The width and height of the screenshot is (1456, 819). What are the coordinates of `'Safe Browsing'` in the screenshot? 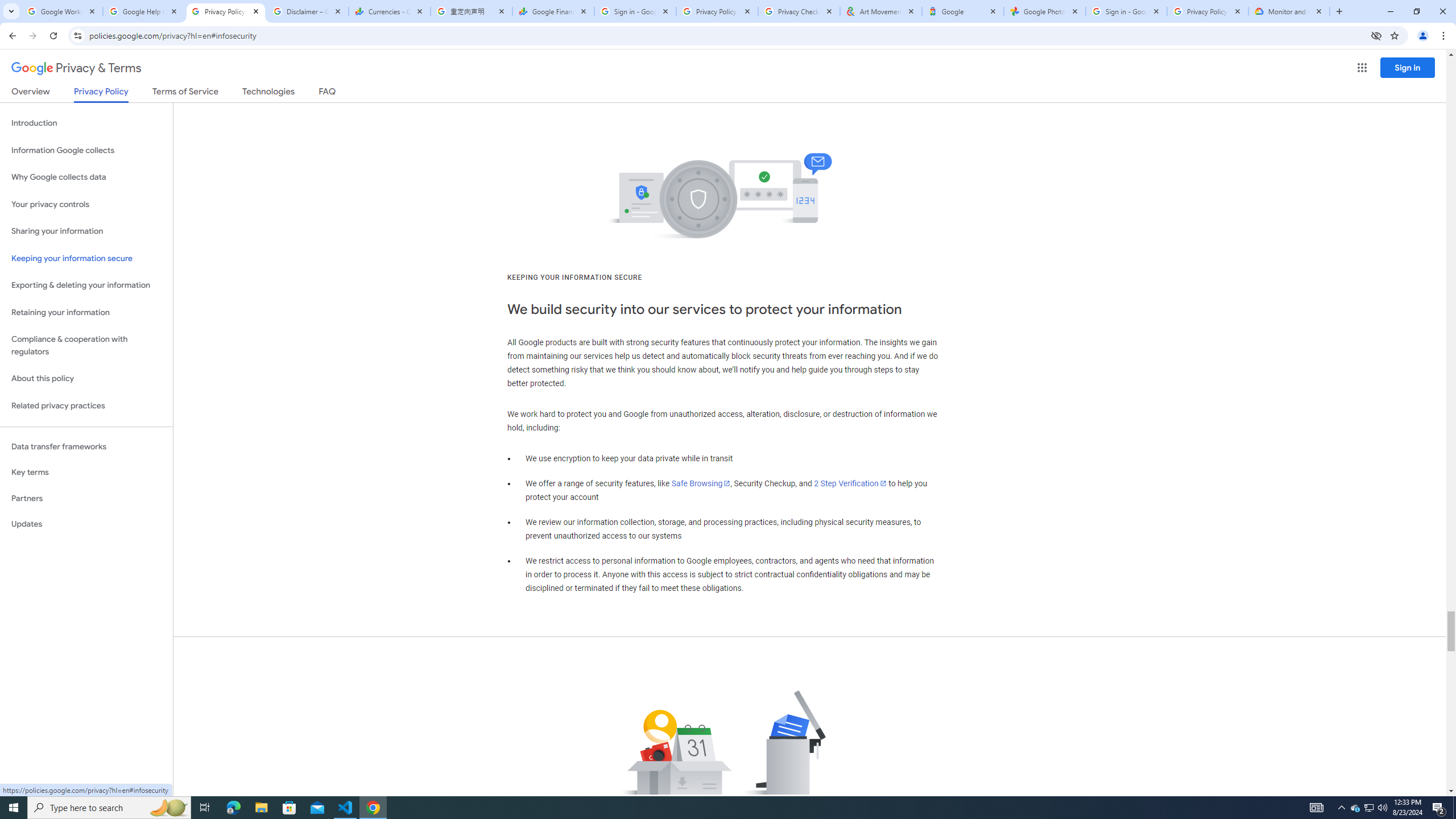 It's located at (700, 483).